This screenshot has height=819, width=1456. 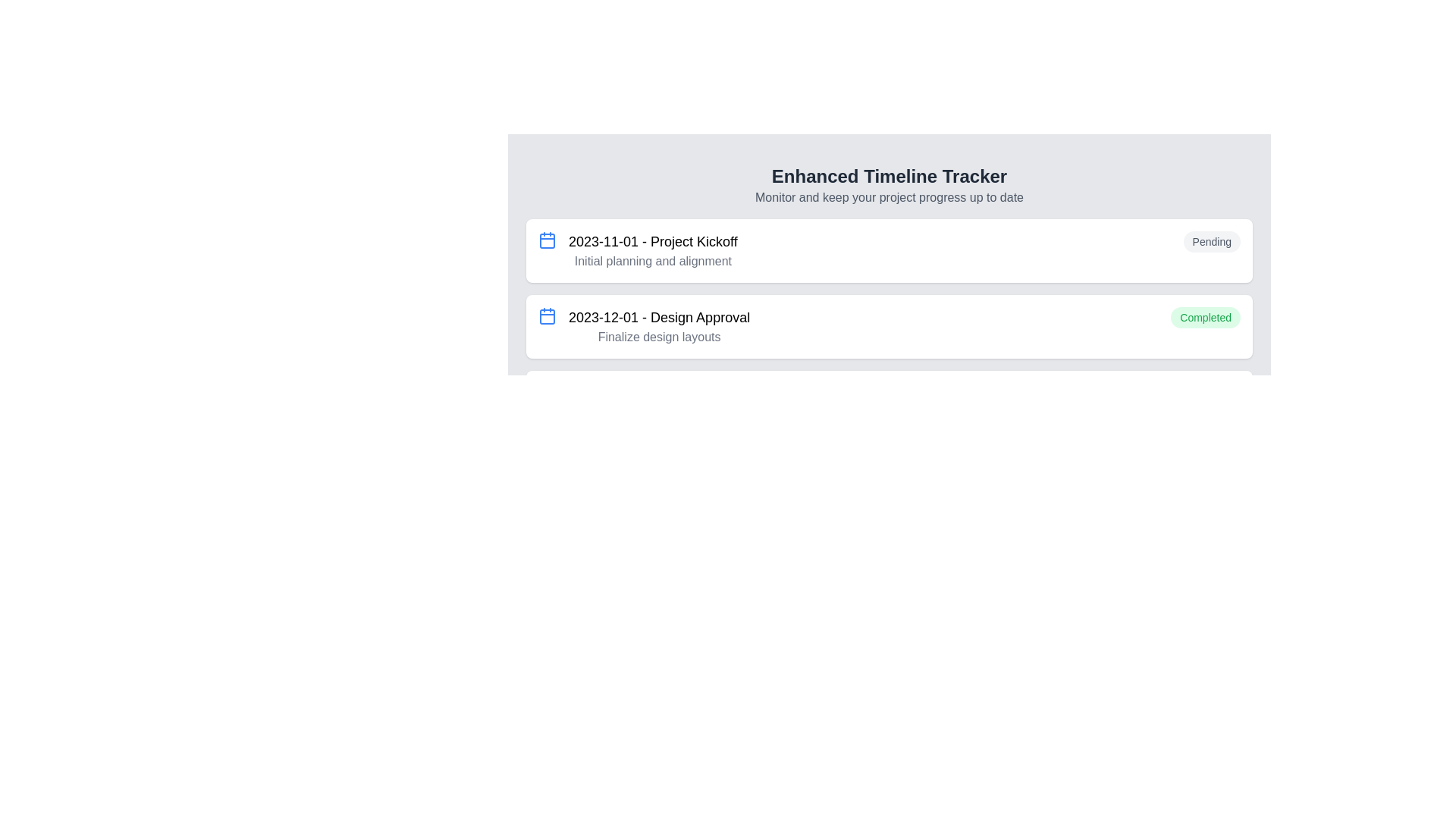 What do you see at coordinates (889, 197) in the screenshot?
I see `the static text element that contains the guidance 'Monitor and keep your project progress up to date', located below the bold title 'Enhanced Timeline Tracker'` at bounding box center [889, 197].